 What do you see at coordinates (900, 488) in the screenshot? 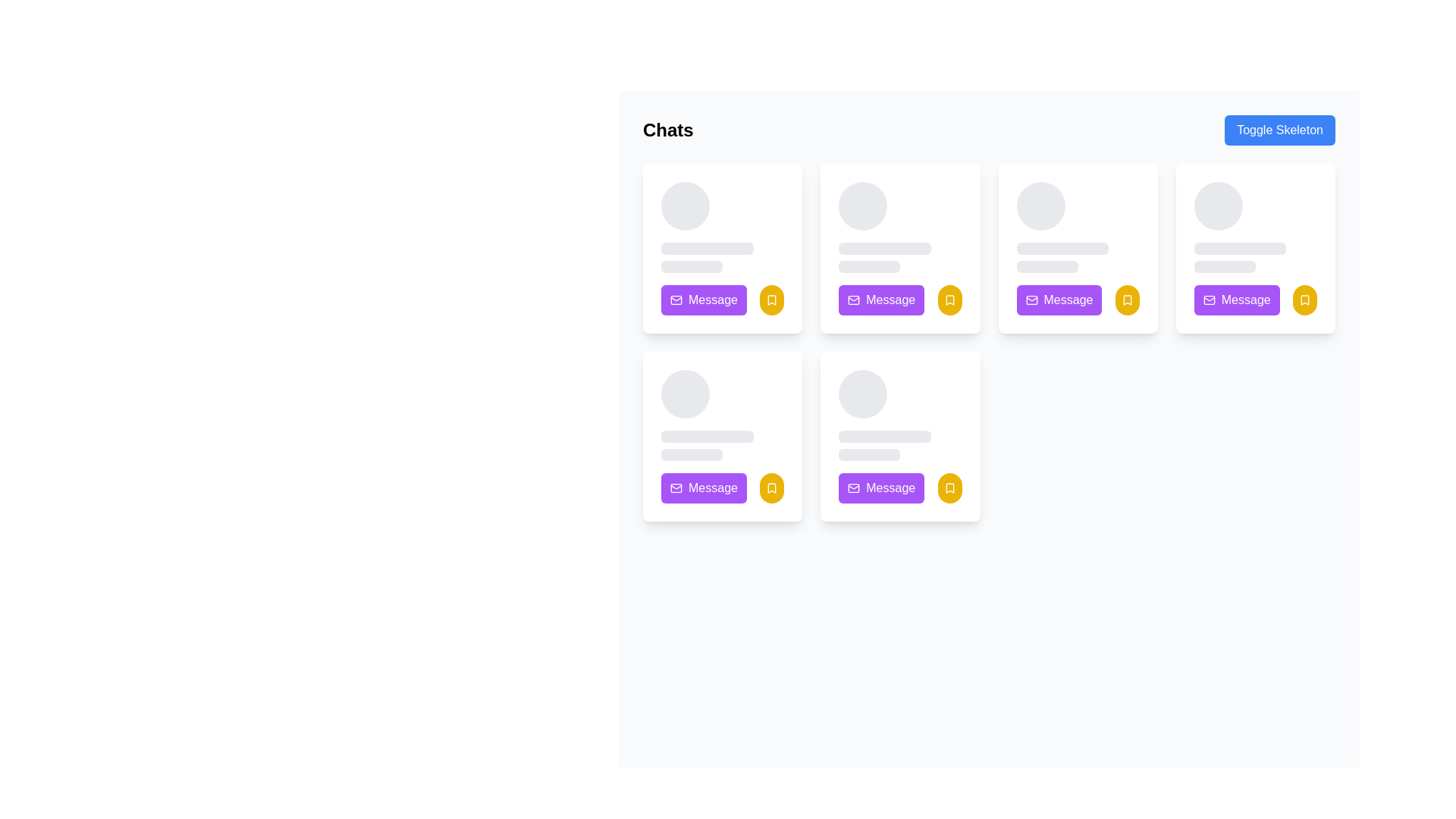
I see `the purple 'Message' button with a mail icon located in the bottom row, first column of the card layout to initiate a message` at bounding box center [900, 488].